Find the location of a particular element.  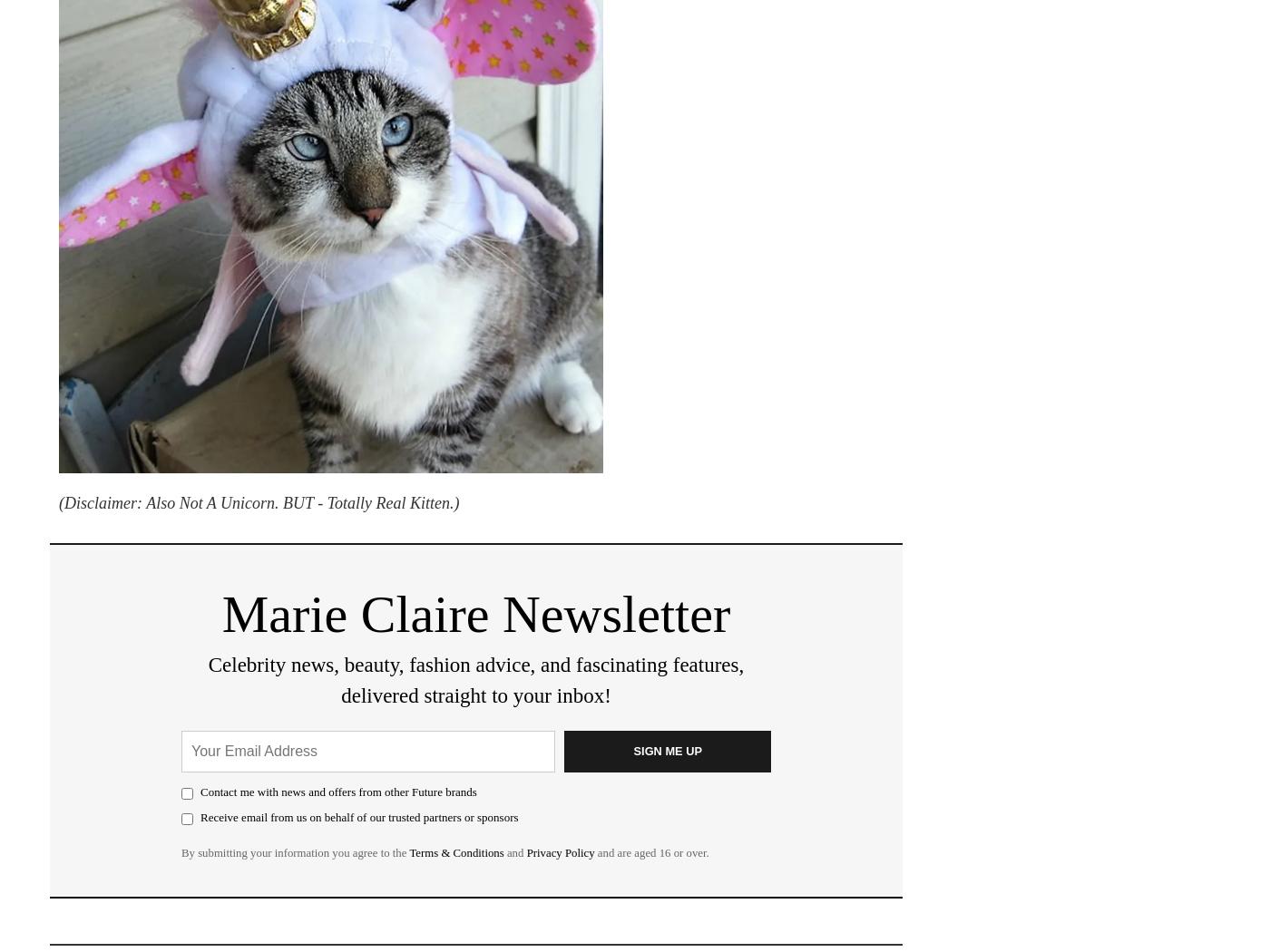

'Marie Claire Newsletter' is located at coordinates (475, 613).